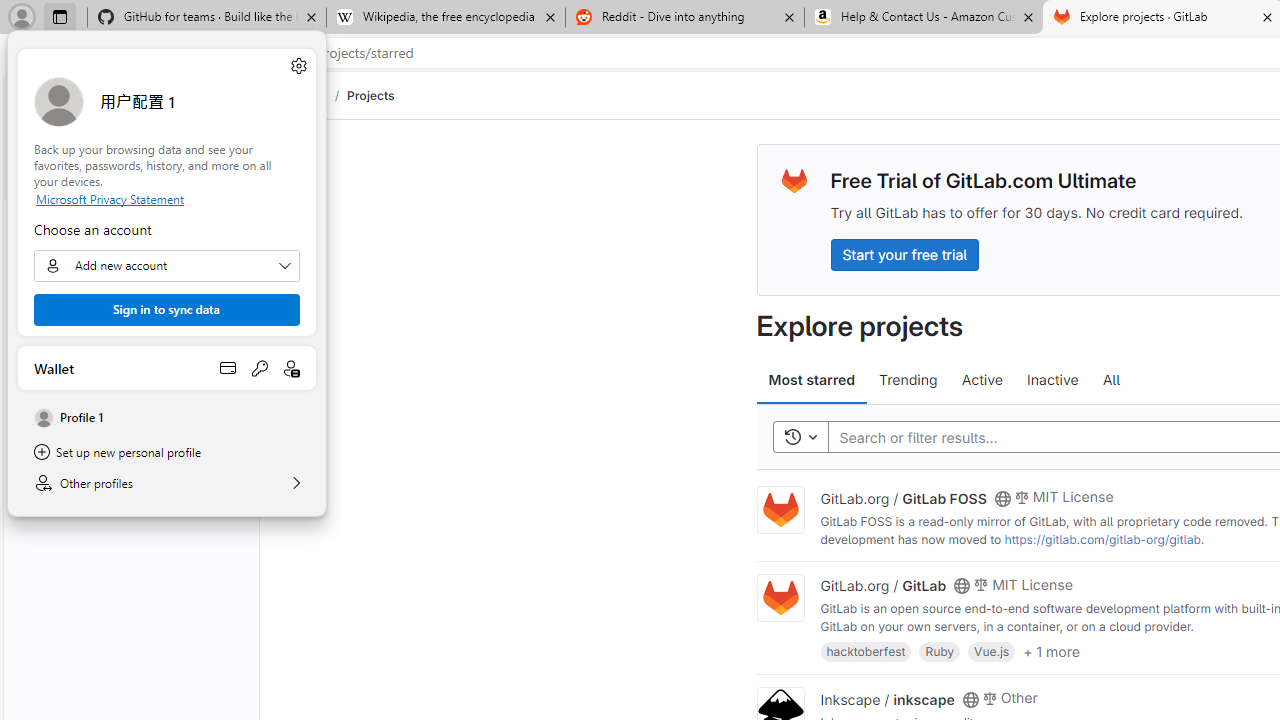 The height and width of the screenshot is (720, 1280). Describe the element at coordinates (800, 436) in the screenshot. I see `'Toggle history'` at that location.